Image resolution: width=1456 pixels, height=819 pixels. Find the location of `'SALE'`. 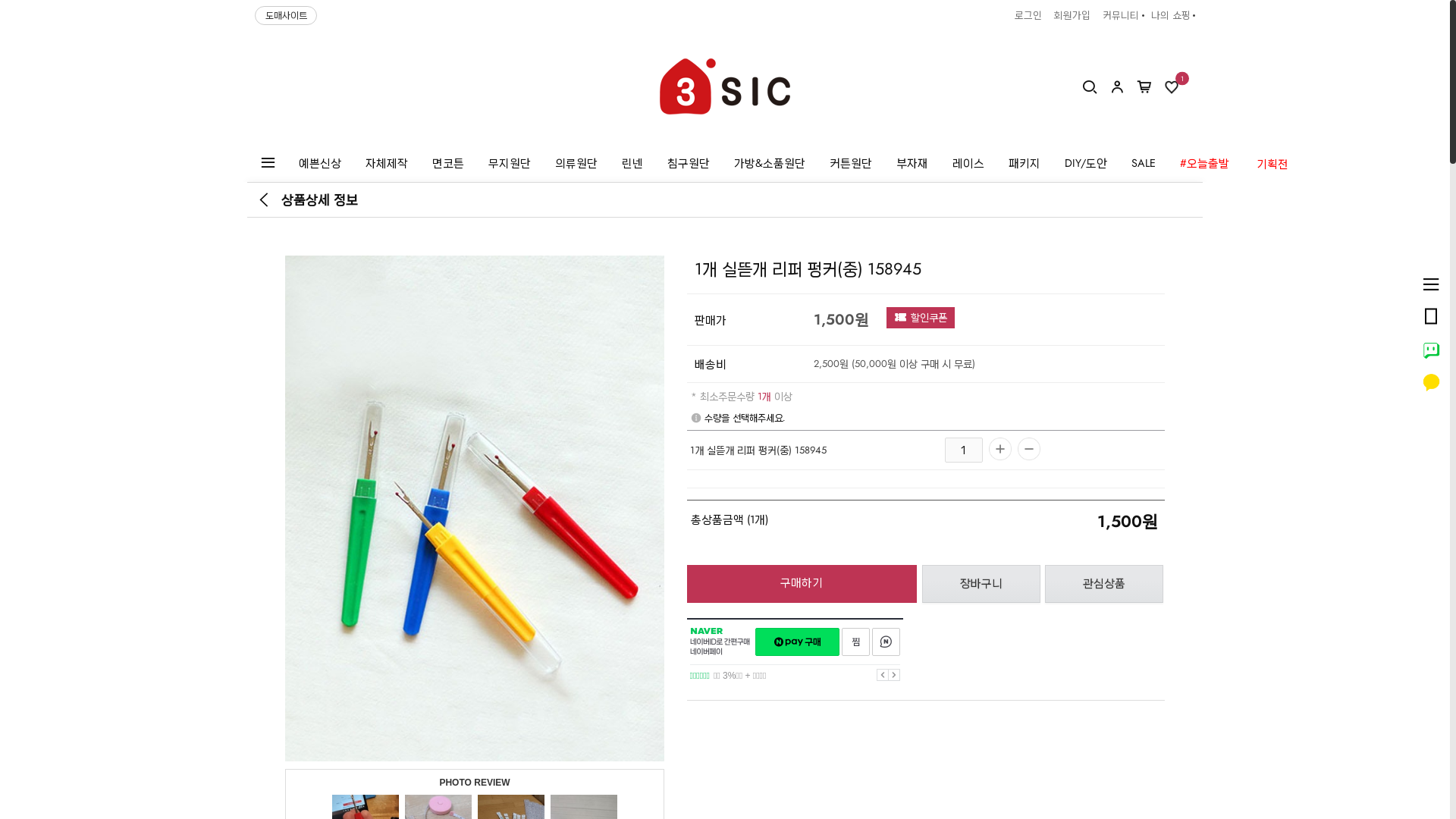

'SALE' is located at coordinates (1143, 163).